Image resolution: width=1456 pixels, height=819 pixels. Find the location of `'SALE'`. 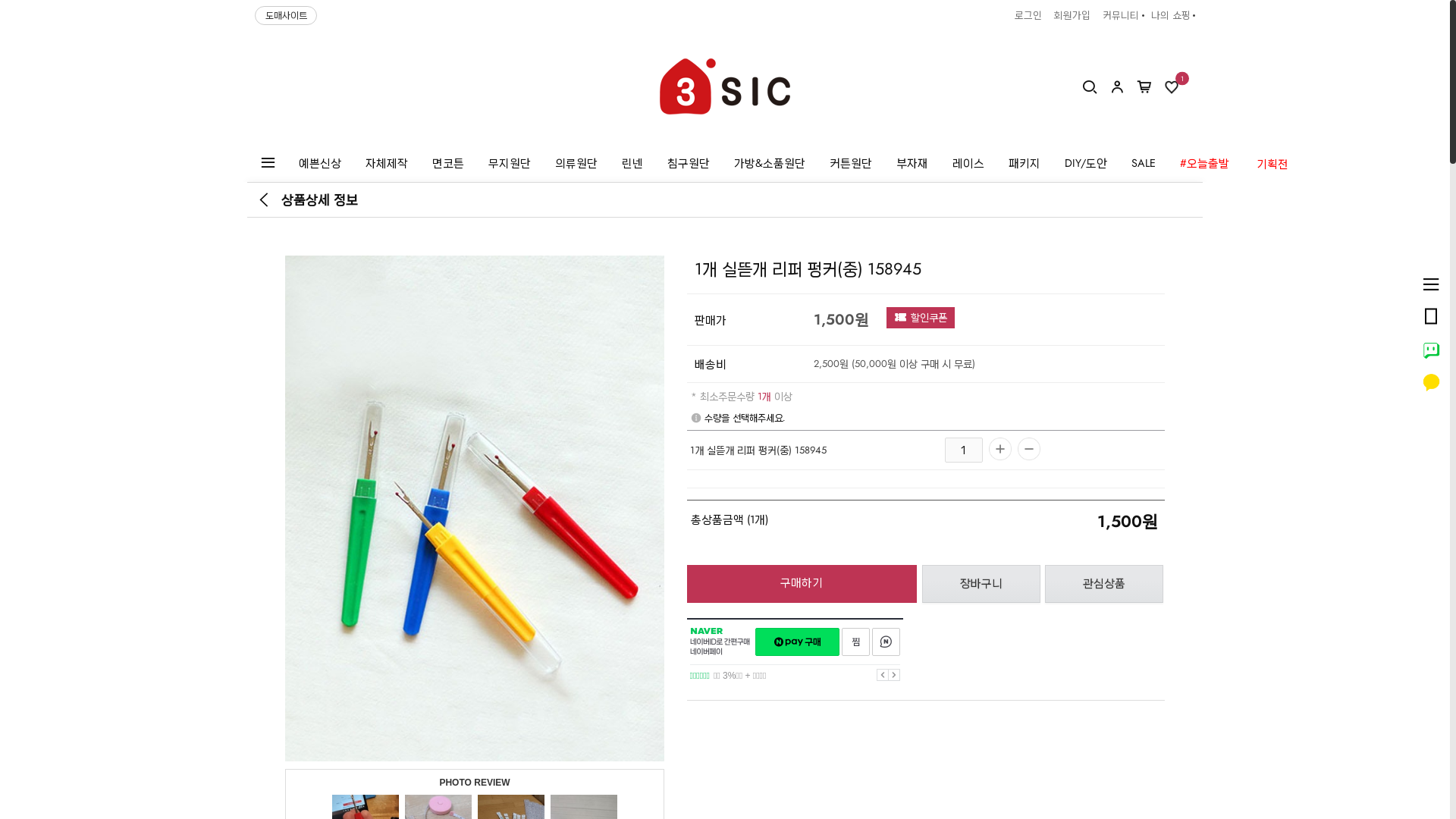

'SALE' is located at coordinates (1143, 163).